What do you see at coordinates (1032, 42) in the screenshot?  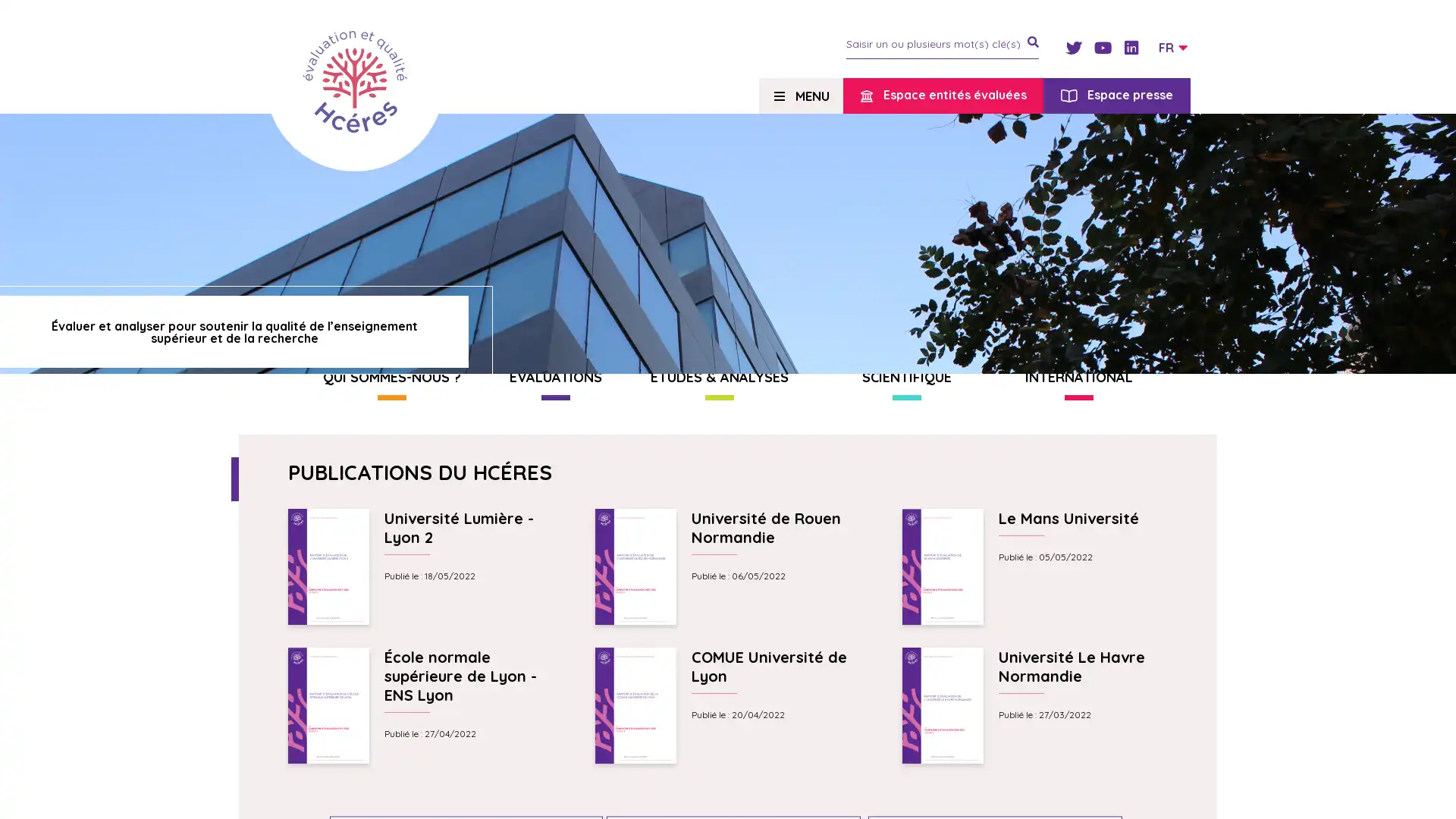 I see `je recherche` at bounding box center [1032, 42].